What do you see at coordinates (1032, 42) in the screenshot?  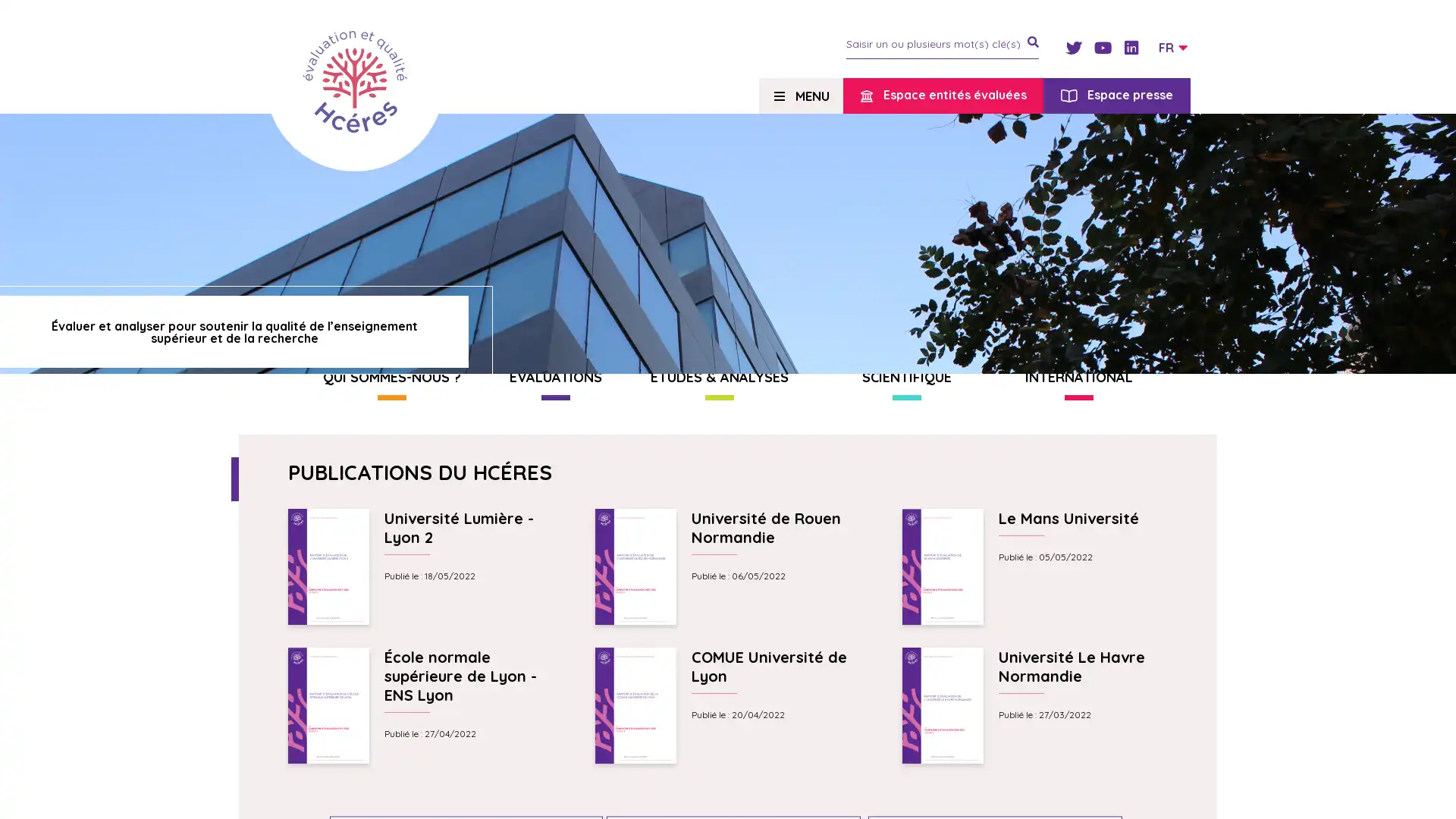 I see `je recherche` at bounding box center [1032, 42].